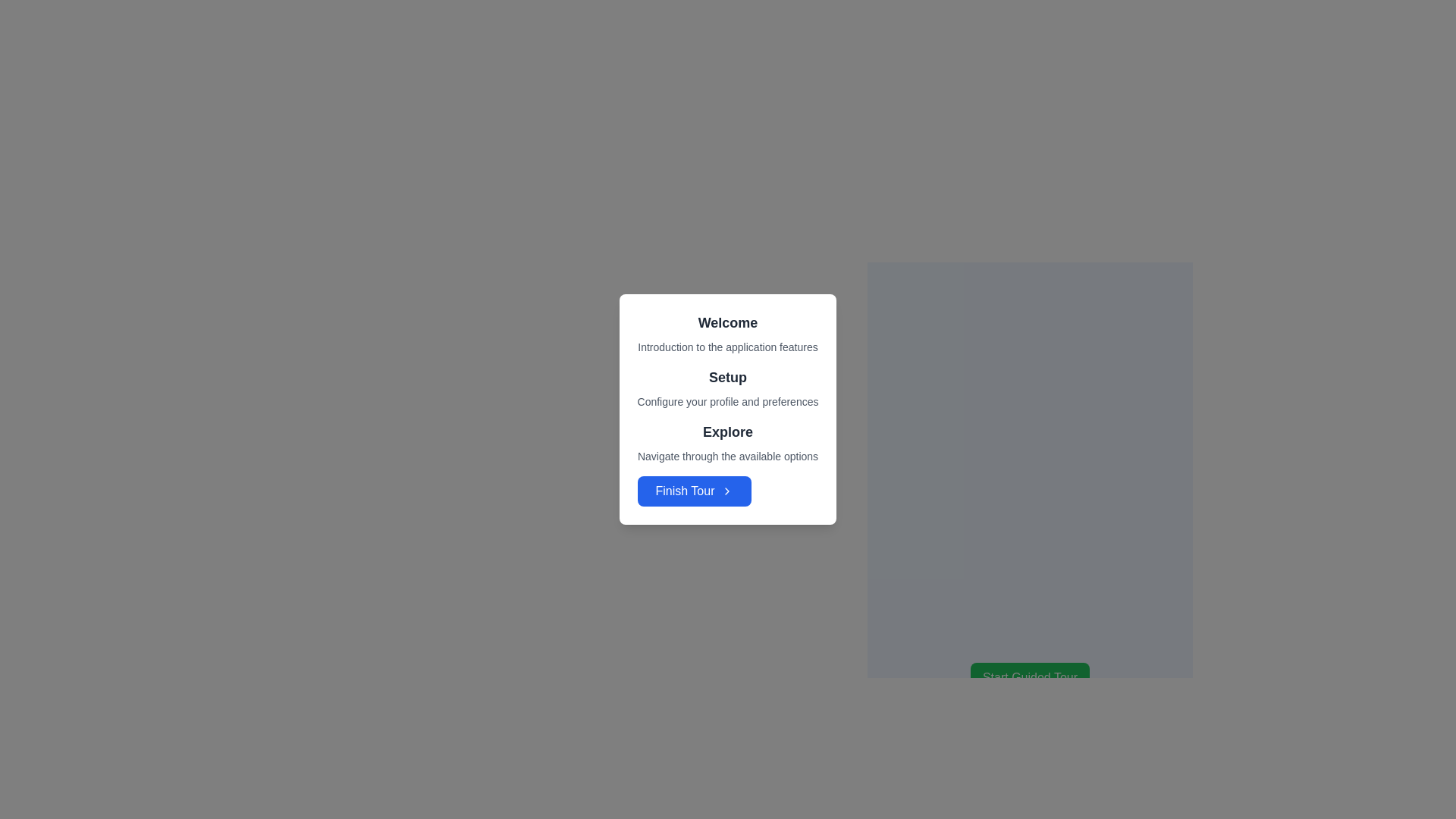  I want to click on the text section containing the bold heading 'Explore' and the description 'Navigate through the available options', which is positioned between the 'Setup' section and the 'Finish Tour' button, so click(728, 442).